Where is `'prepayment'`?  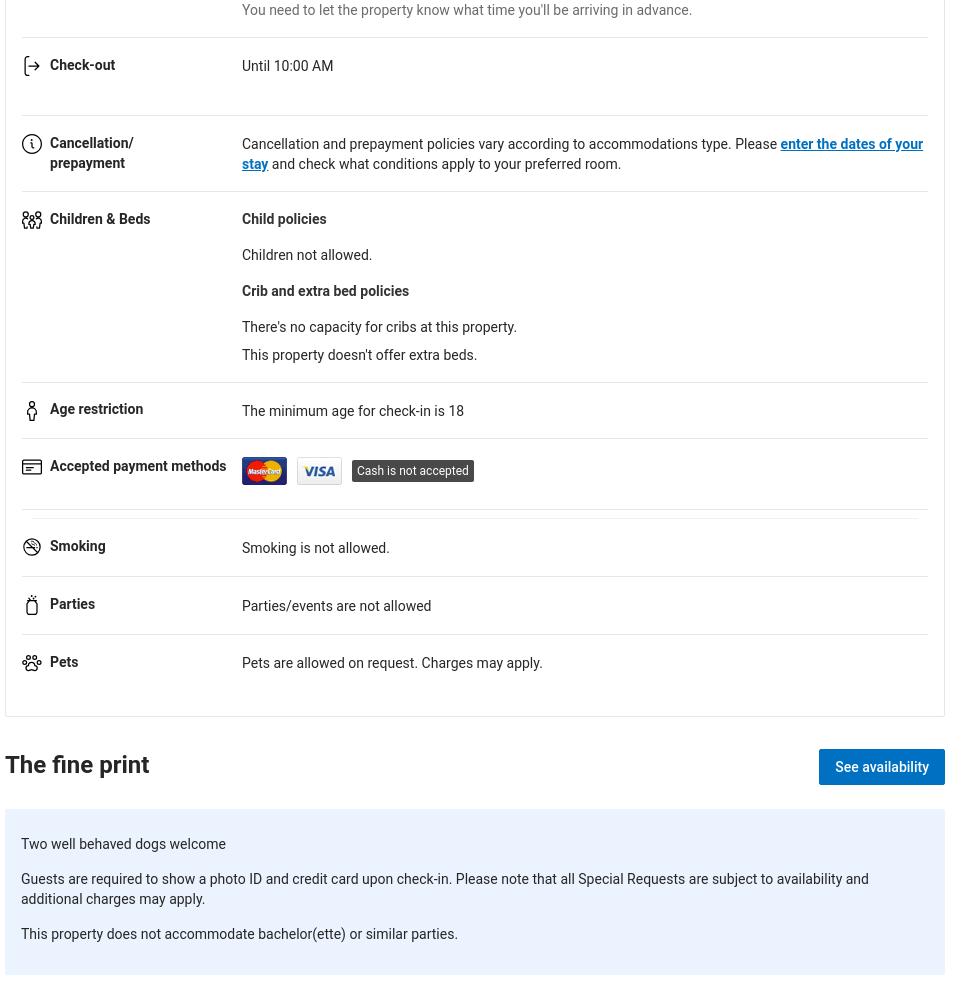 'prepayment' is located at coordinates (86, 161).